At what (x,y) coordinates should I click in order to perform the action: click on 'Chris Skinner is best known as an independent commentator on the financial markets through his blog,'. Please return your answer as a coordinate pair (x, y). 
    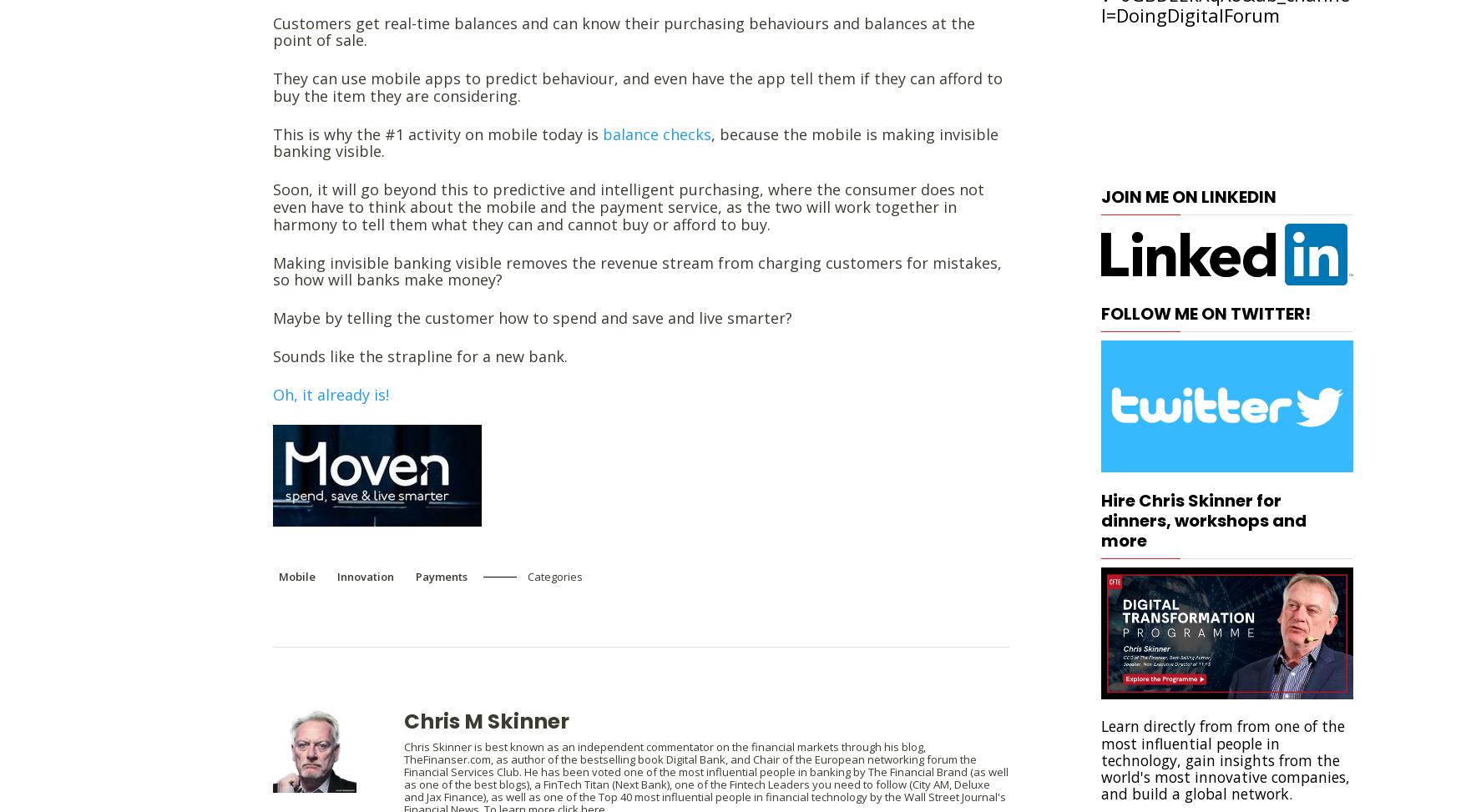
    Looking at the image, I should click on (664, 746).